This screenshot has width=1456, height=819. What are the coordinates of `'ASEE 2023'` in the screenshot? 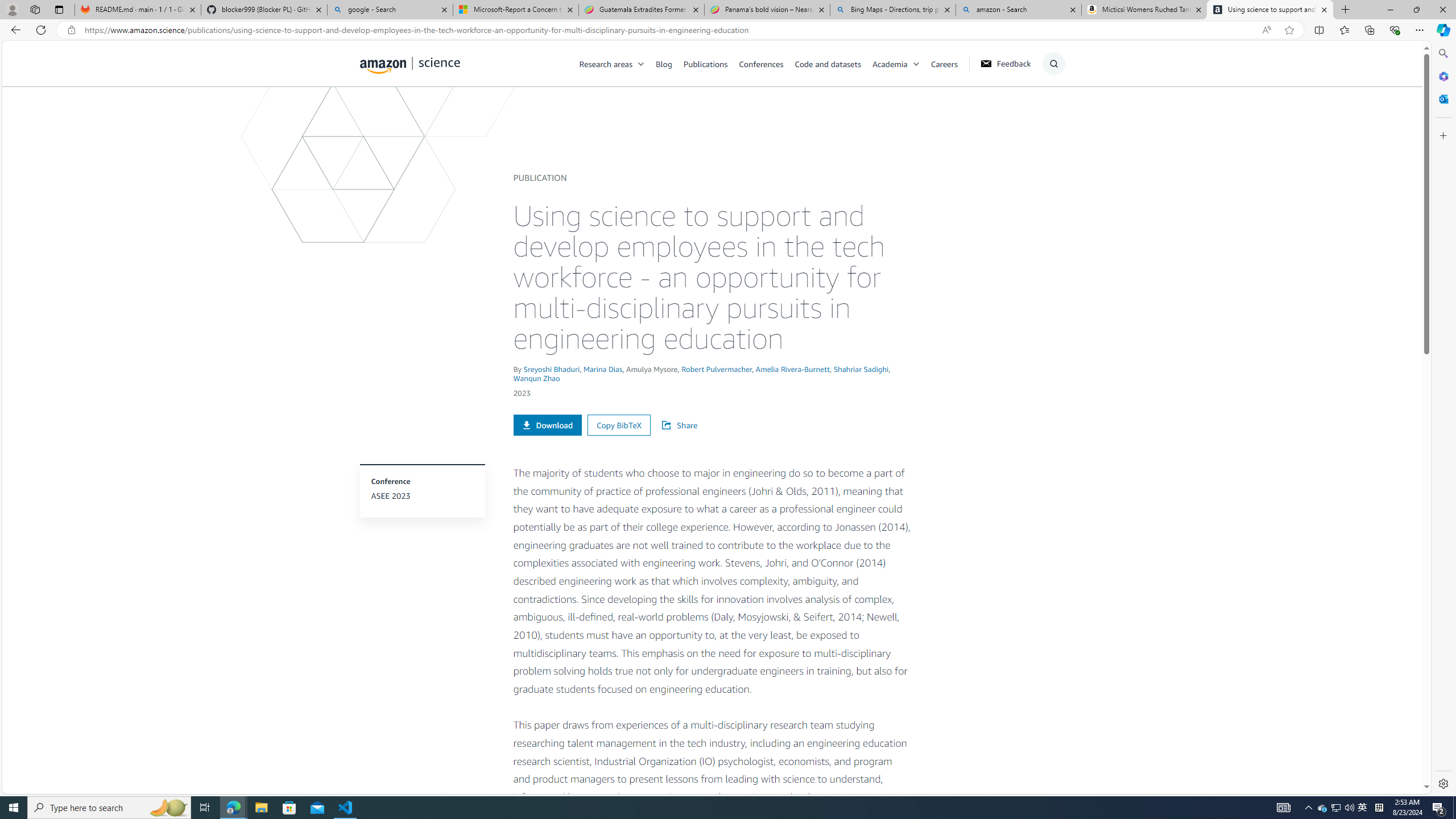 It's located at (421, 495).